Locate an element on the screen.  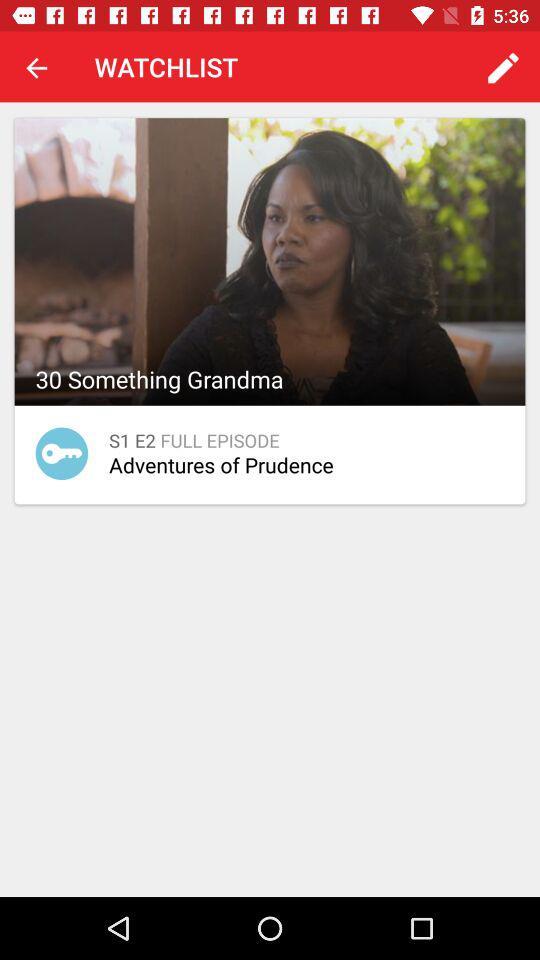
item at the top right corner is located at coordinates (502, 67).